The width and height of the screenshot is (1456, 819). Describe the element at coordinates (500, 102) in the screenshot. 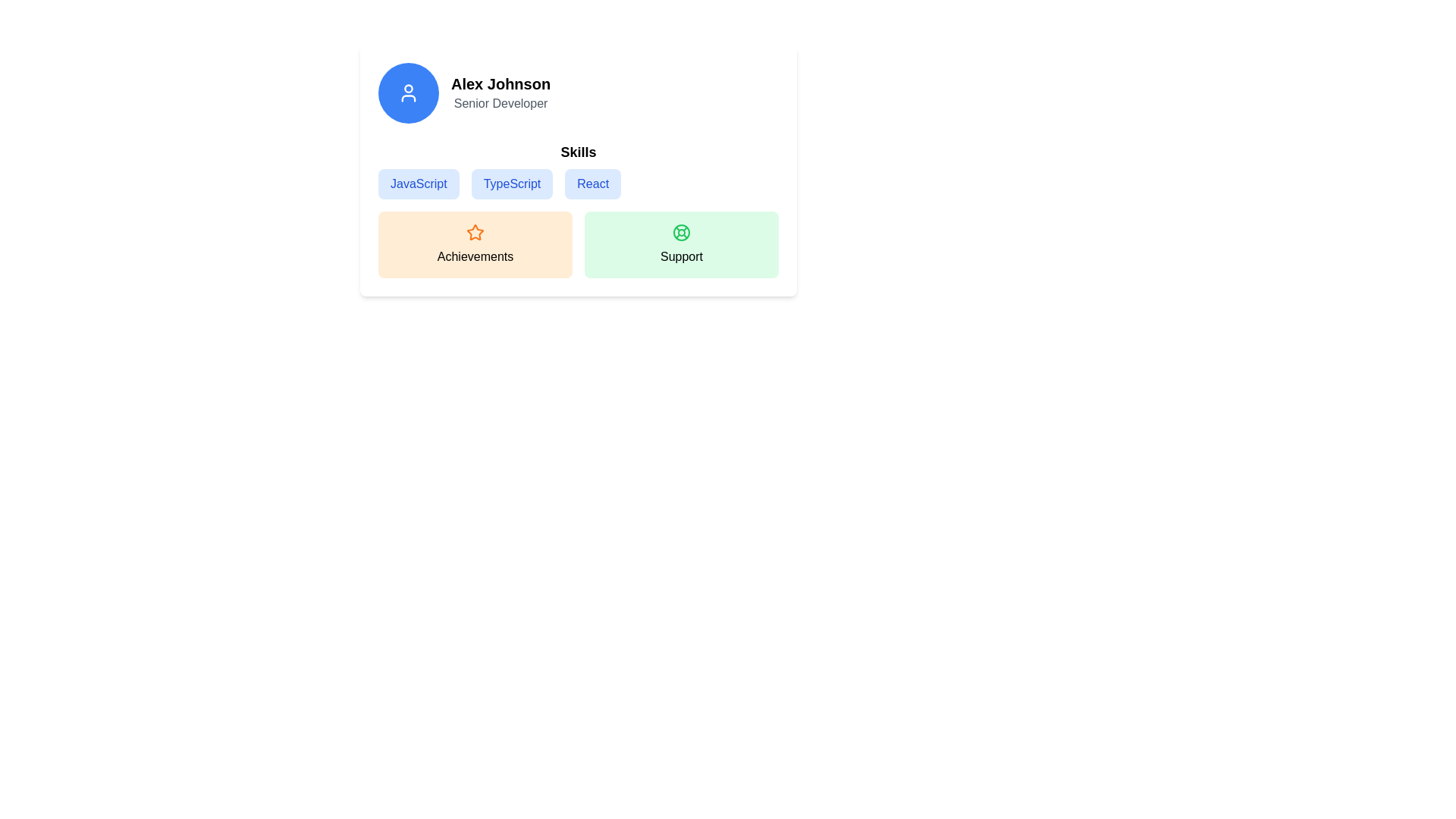

I see `the text label that reads 'Senior Developer,' which is styled in a smaller, lighter gray font and positioned directly below 'Alex Johnson.'` at that location.